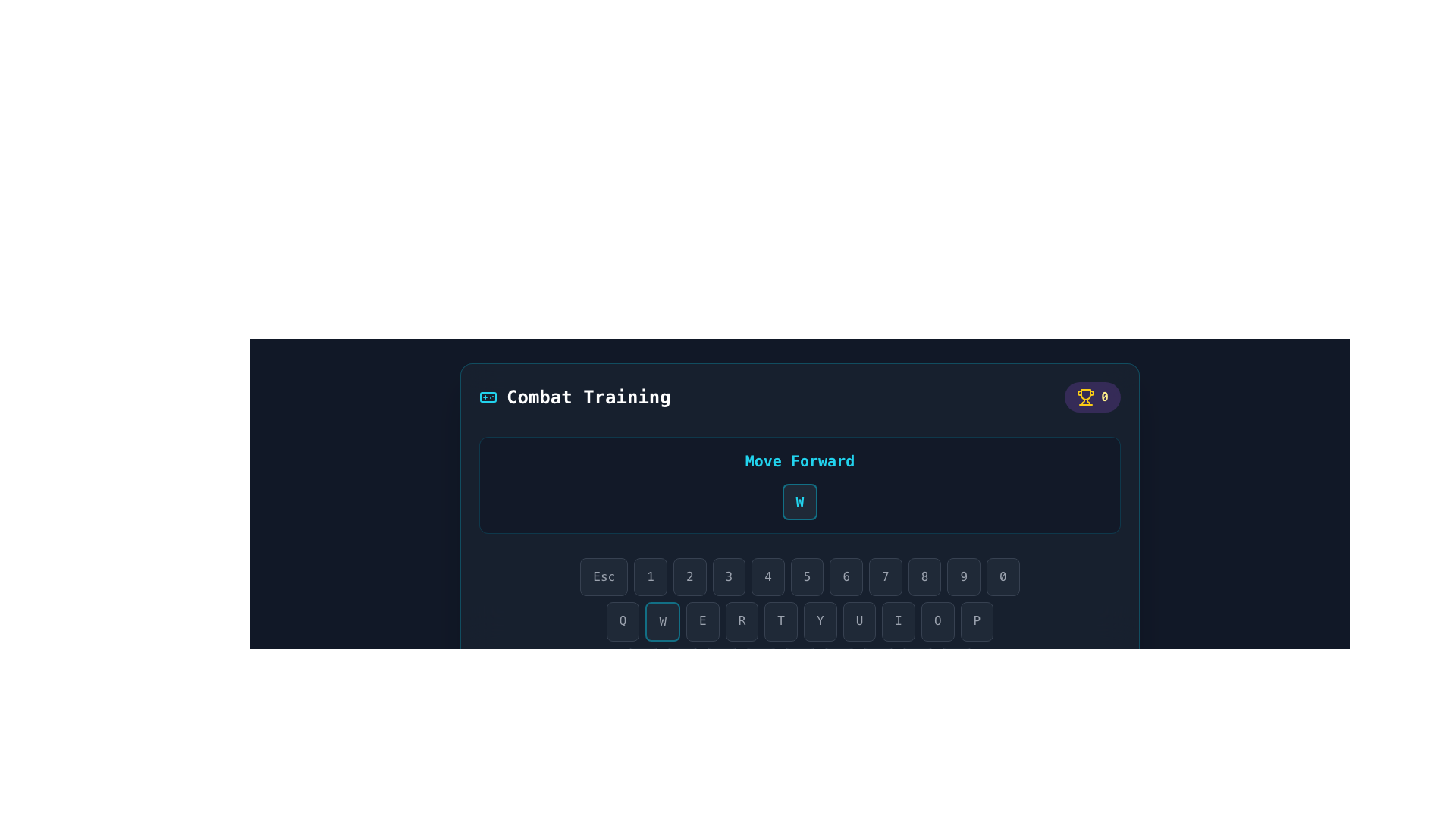 The image size is (1456, 819). Describe the element at coordinates (858, 622) in the screenshot. I see `the 'U' key on the virtual keyboard to simulate a key press` at that location.